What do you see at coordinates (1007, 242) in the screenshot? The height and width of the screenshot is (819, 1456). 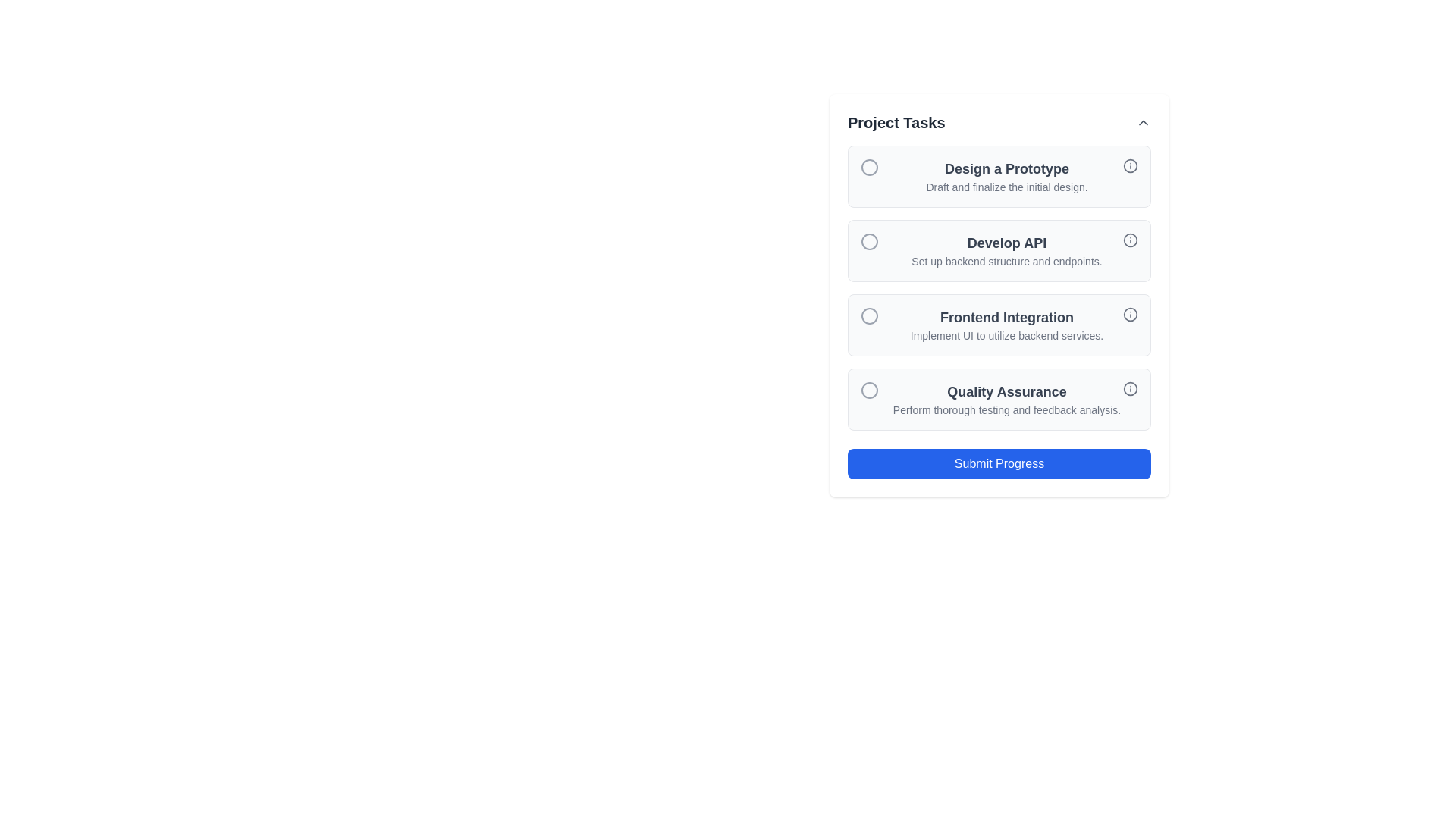 I see `the header label for the second task list item titled 'Set up backend structure and endpoints.' in the 'Project Tasks' card` at bounding box center [1007, 242].